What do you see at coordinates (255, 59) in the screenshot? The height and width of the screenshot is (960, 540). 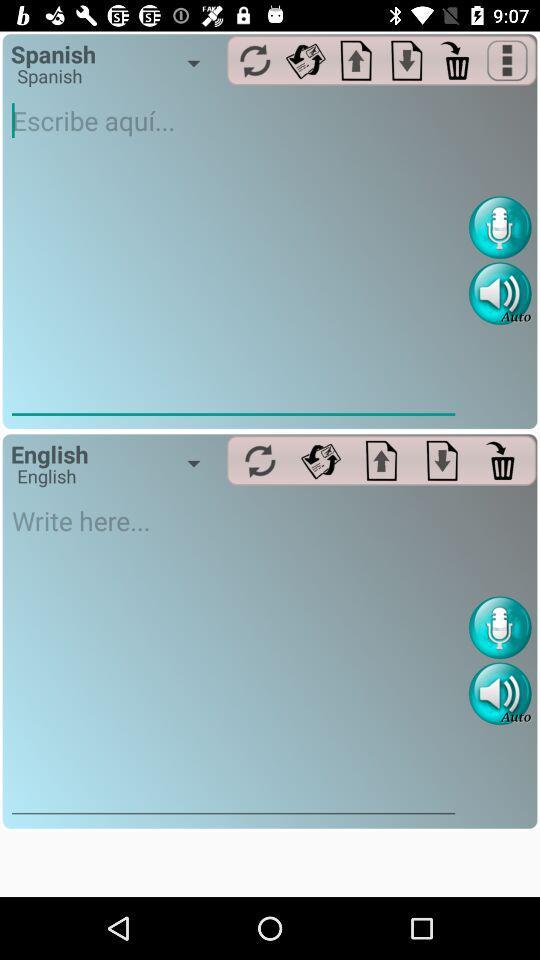 I see `refresh the page` at bounding box center [255, 59].